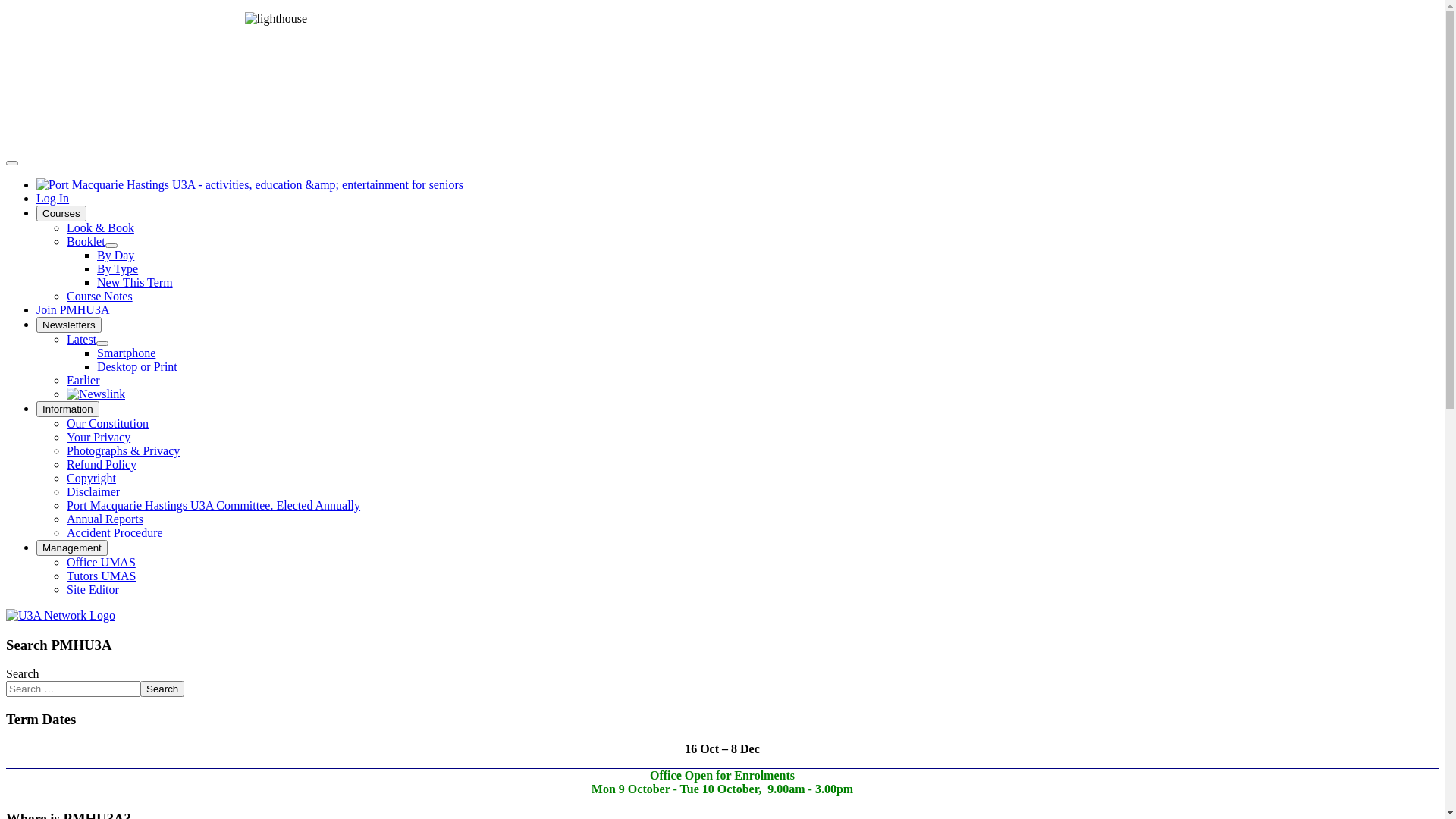  I want to click on 'Our Constitution', so click(107, 423).